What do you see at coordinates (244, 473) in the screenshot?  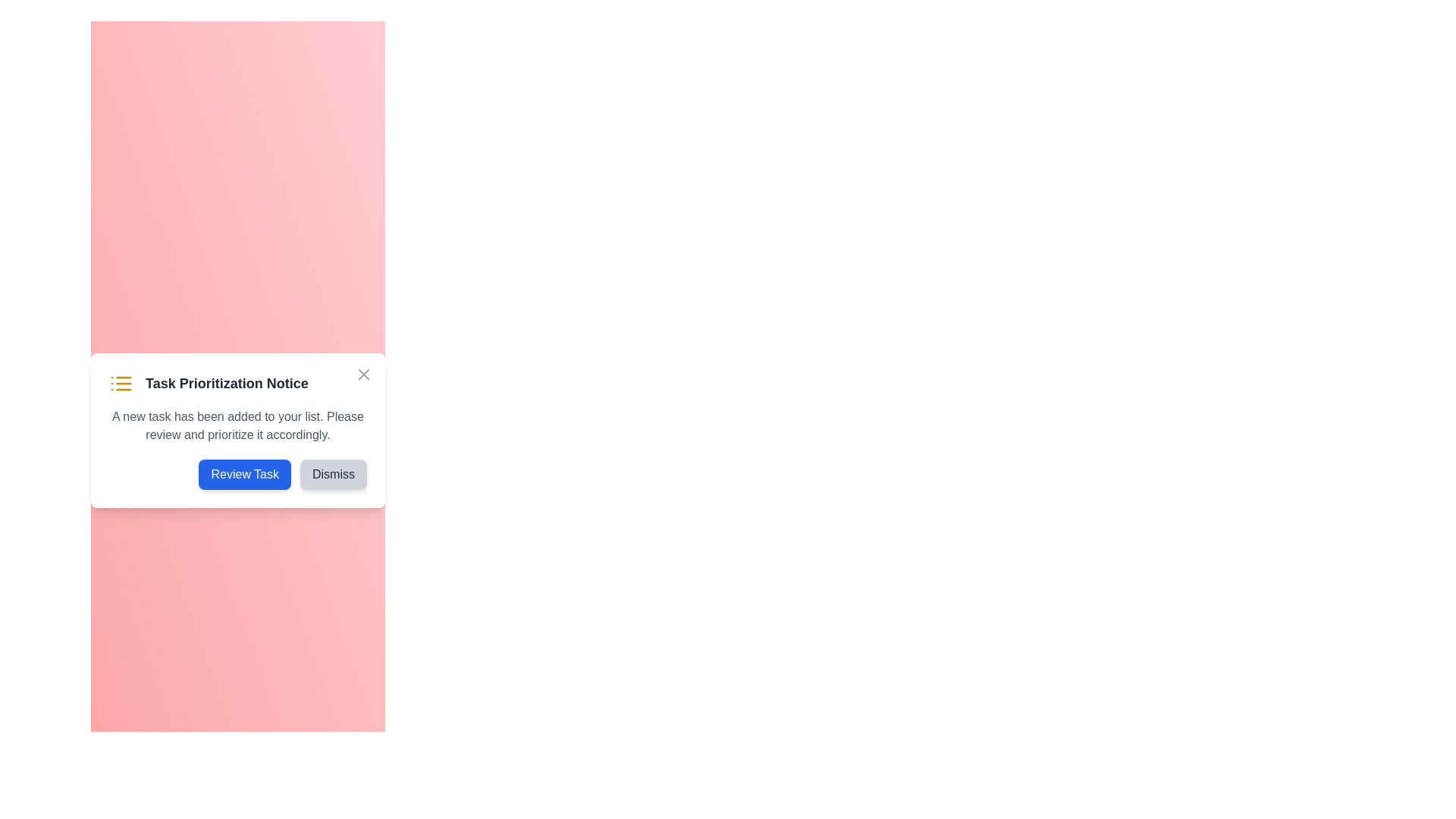 I see `'Review Task' button to trigger the review action` at bounding box center [244, 473].